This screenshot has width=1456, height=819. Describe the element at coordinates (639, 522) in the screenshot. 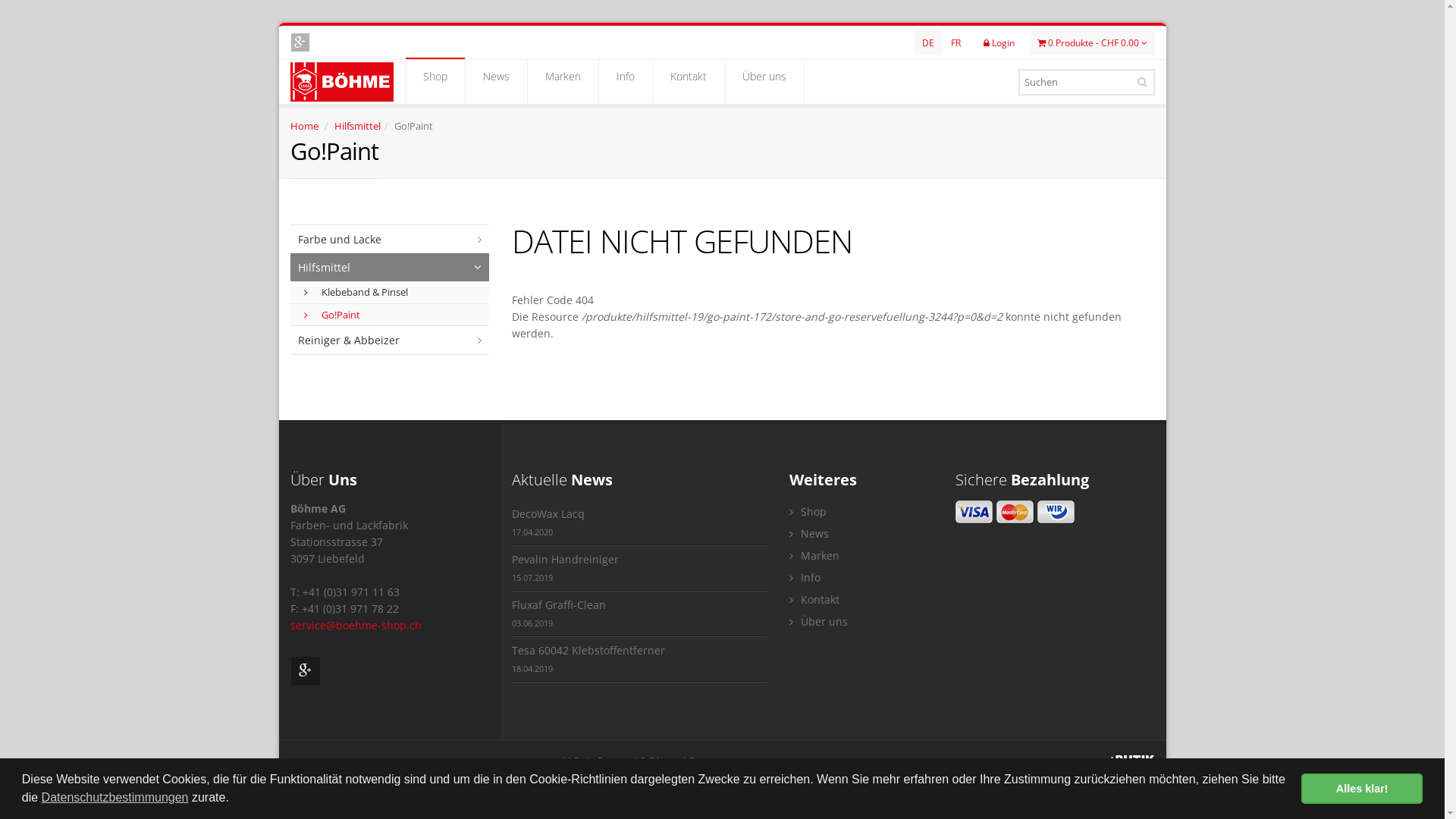

I see `'DecoWax Lacq` at that location.